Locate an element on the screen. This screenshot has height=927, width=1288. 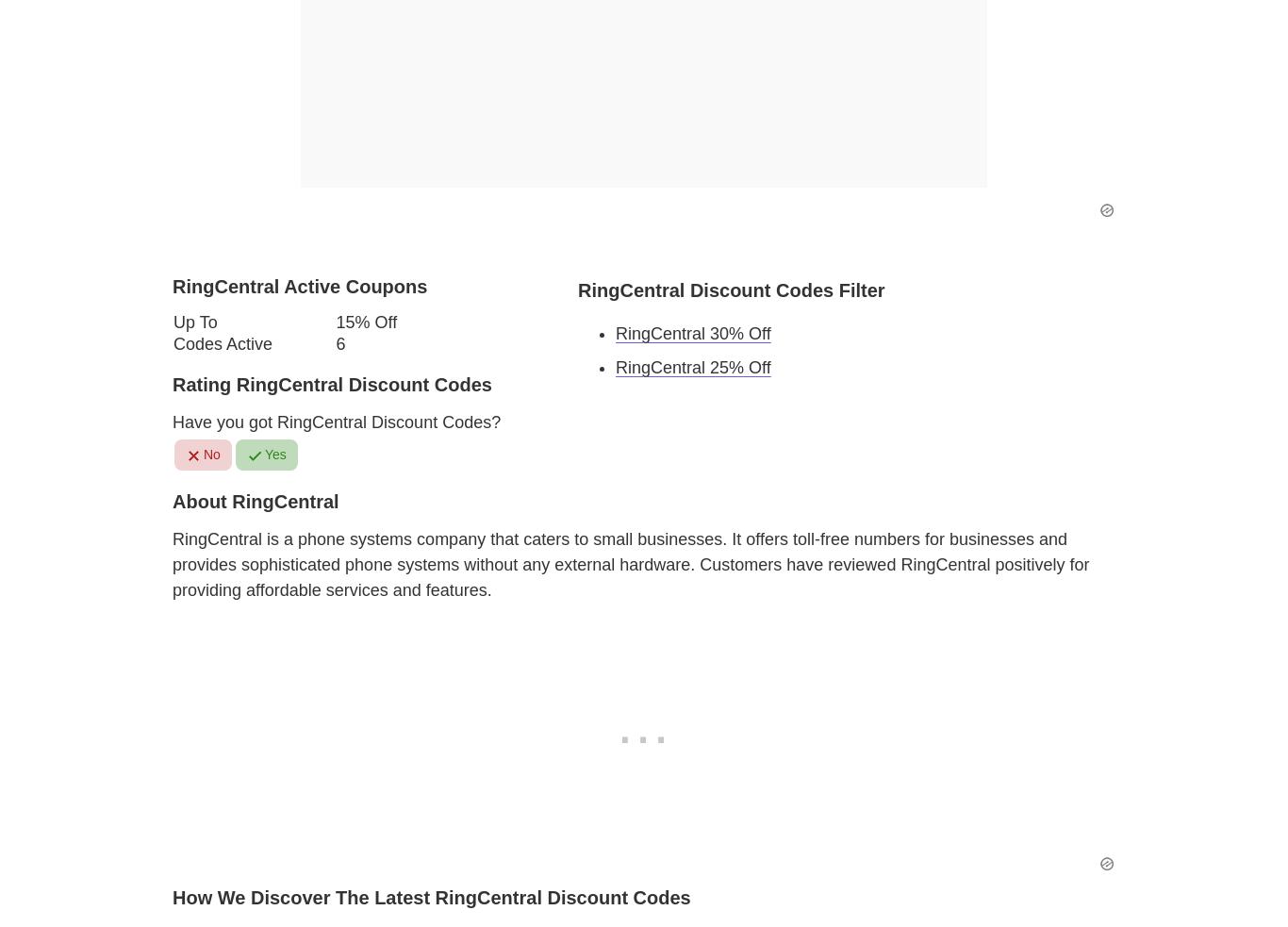
'6' is located at coordinates (339, 342).